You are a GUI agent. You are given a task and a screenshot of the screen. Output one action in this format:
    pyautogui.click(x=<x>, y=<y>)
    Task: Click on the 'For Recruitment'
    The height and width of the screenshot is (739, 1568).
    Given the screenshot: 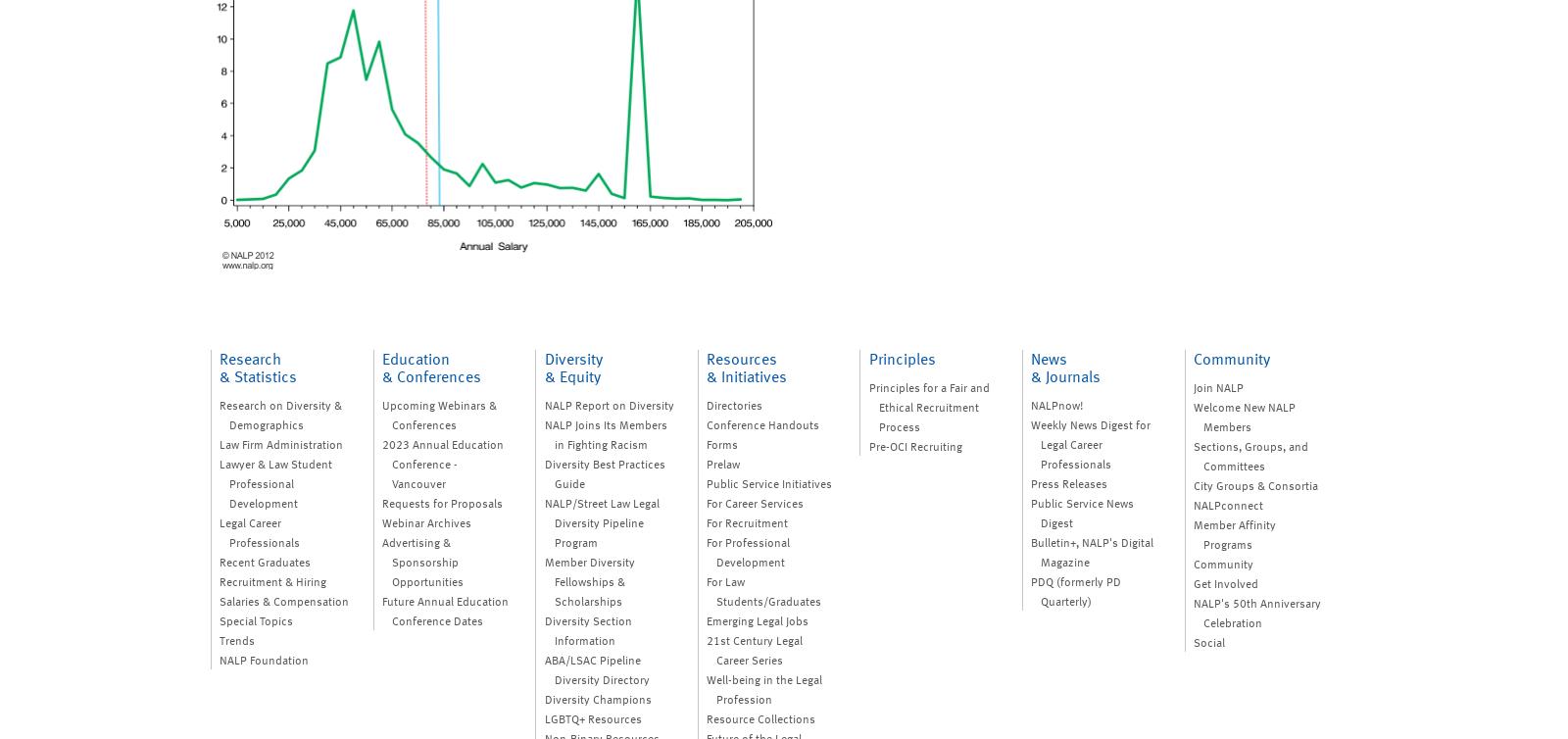 What is the action you would take?
    pyautogui.click(x=747, y=521)
    